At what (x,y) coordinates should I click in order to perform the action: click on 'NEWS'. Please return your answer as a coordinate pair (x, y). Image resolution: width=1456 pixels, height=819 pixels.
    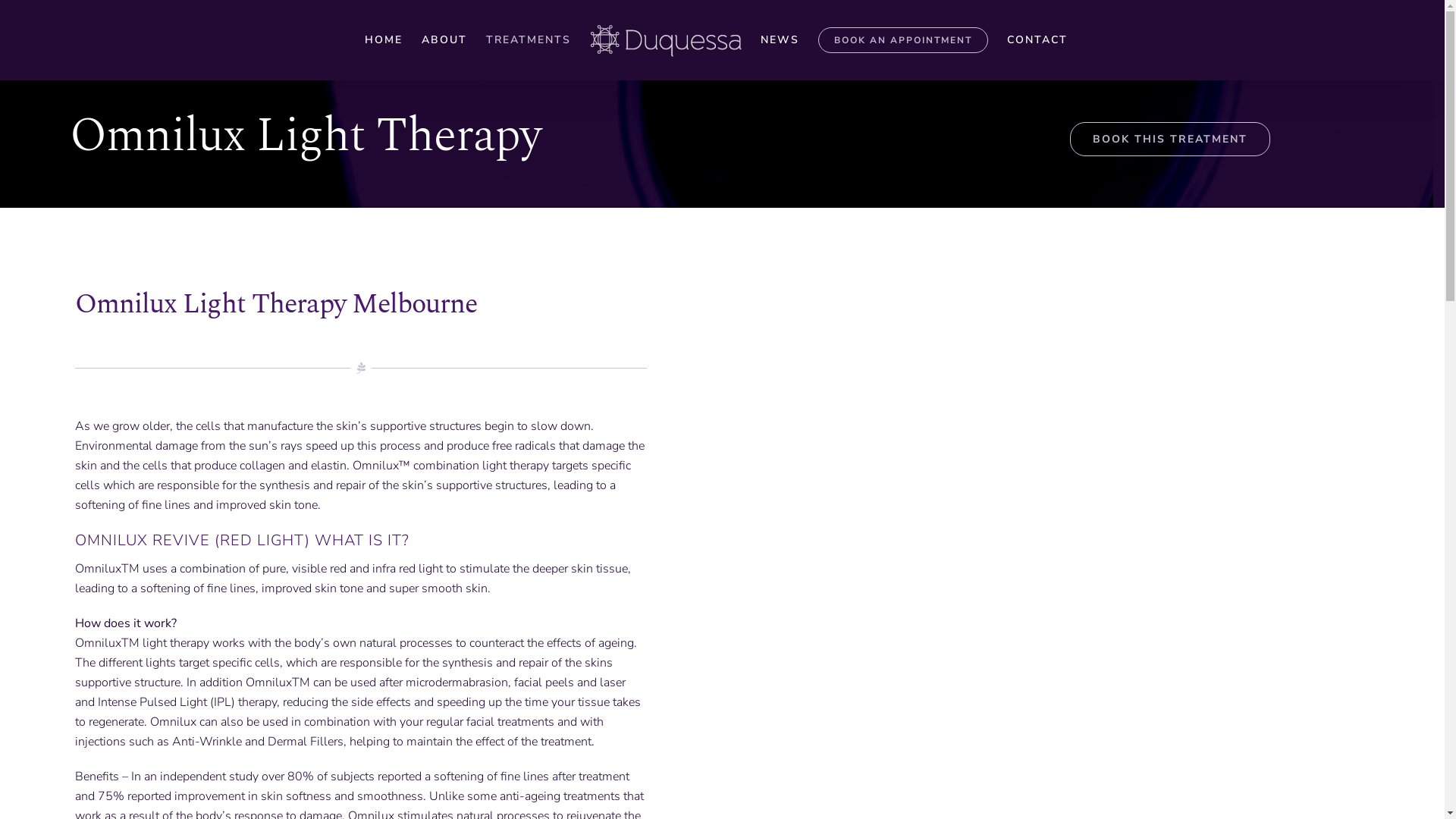
    Looking at the image, I should click on (779, 39).